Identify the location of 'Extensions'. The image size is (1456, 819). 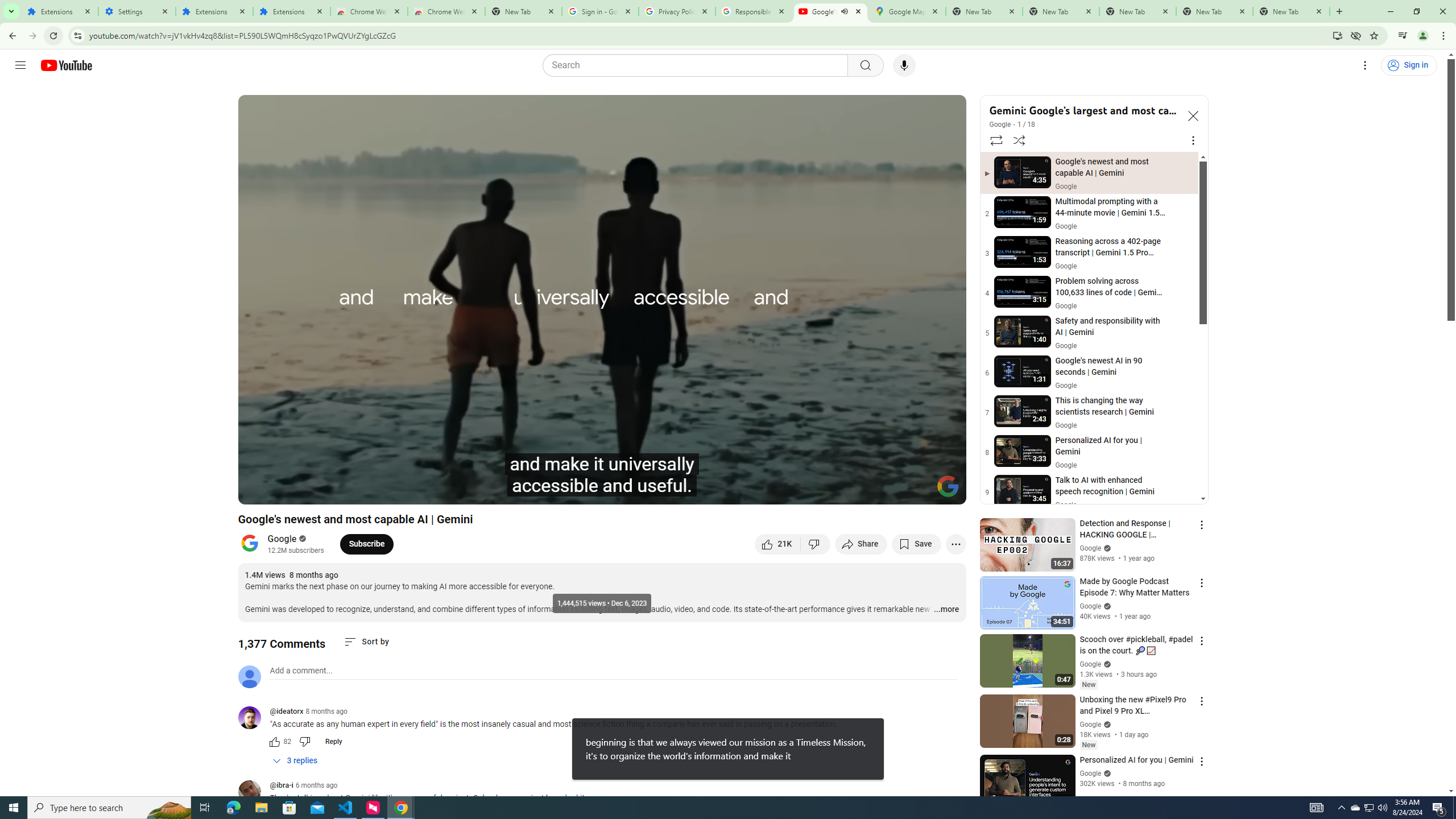
(59, 11).